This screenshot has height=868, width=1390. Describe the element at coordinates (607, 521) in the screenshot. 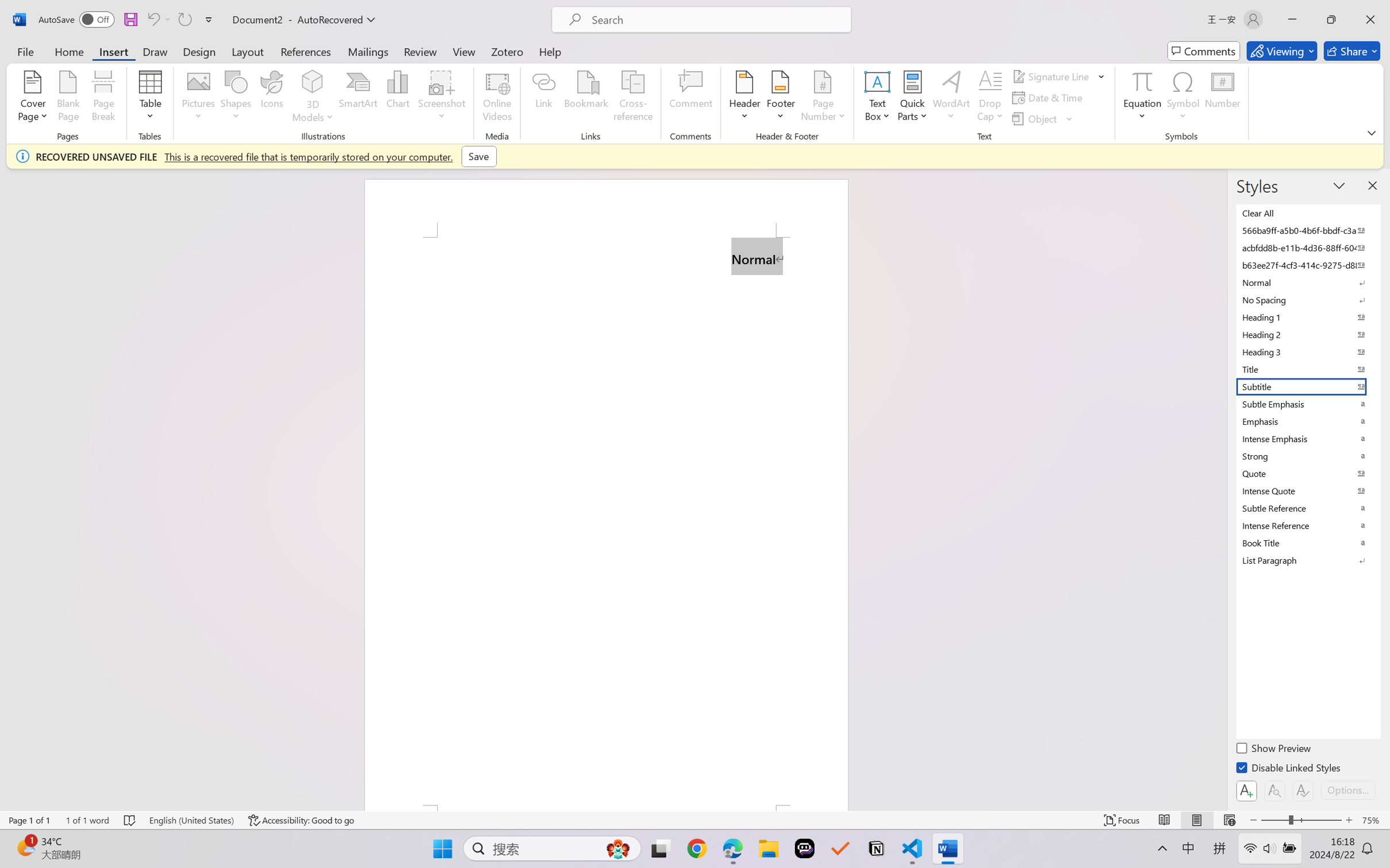

I see `'Page 1 content'` at that location.